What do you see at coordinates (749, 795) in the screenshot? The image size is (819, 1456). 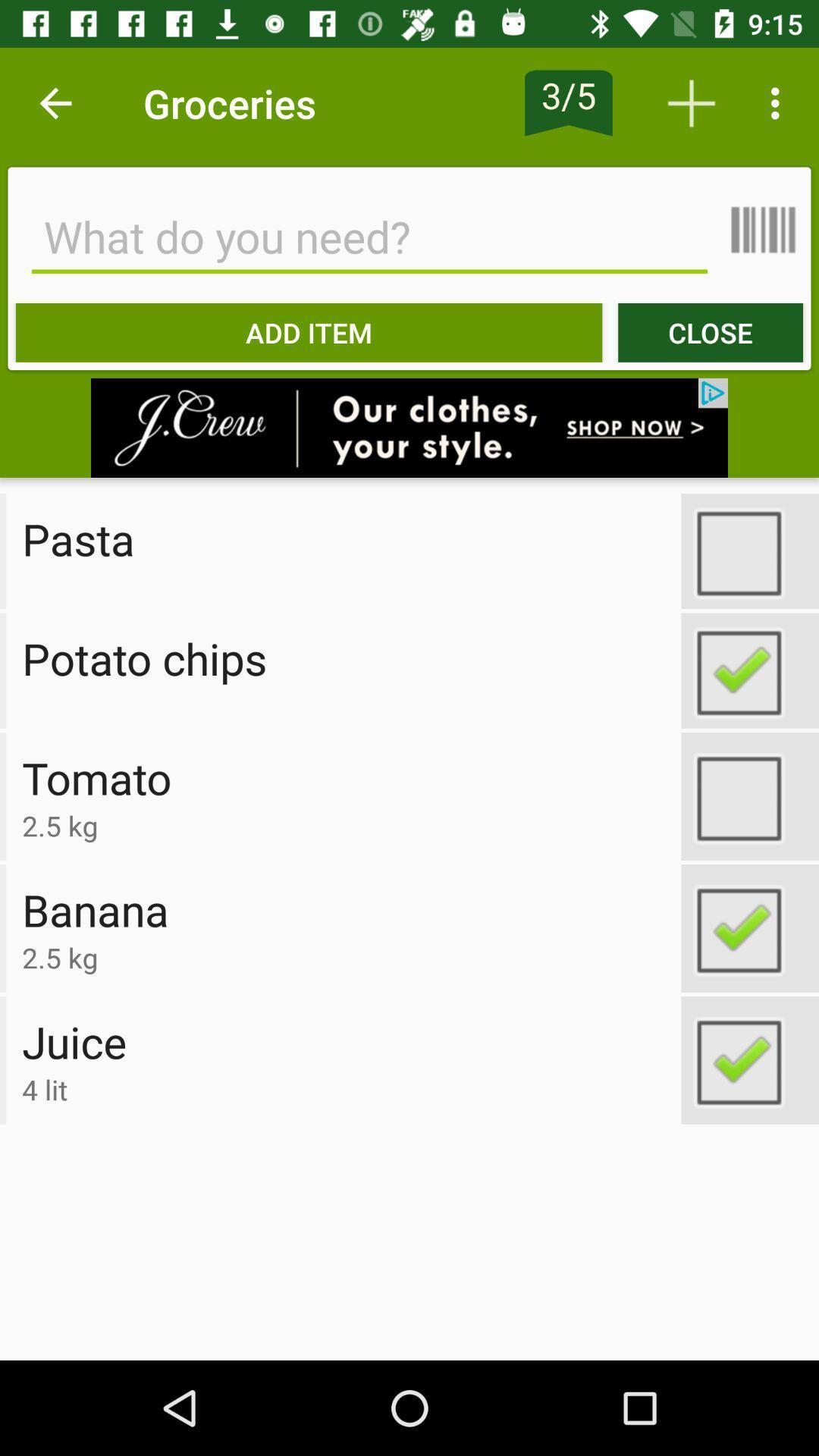 I see `option` at bounding box center [749, 795].